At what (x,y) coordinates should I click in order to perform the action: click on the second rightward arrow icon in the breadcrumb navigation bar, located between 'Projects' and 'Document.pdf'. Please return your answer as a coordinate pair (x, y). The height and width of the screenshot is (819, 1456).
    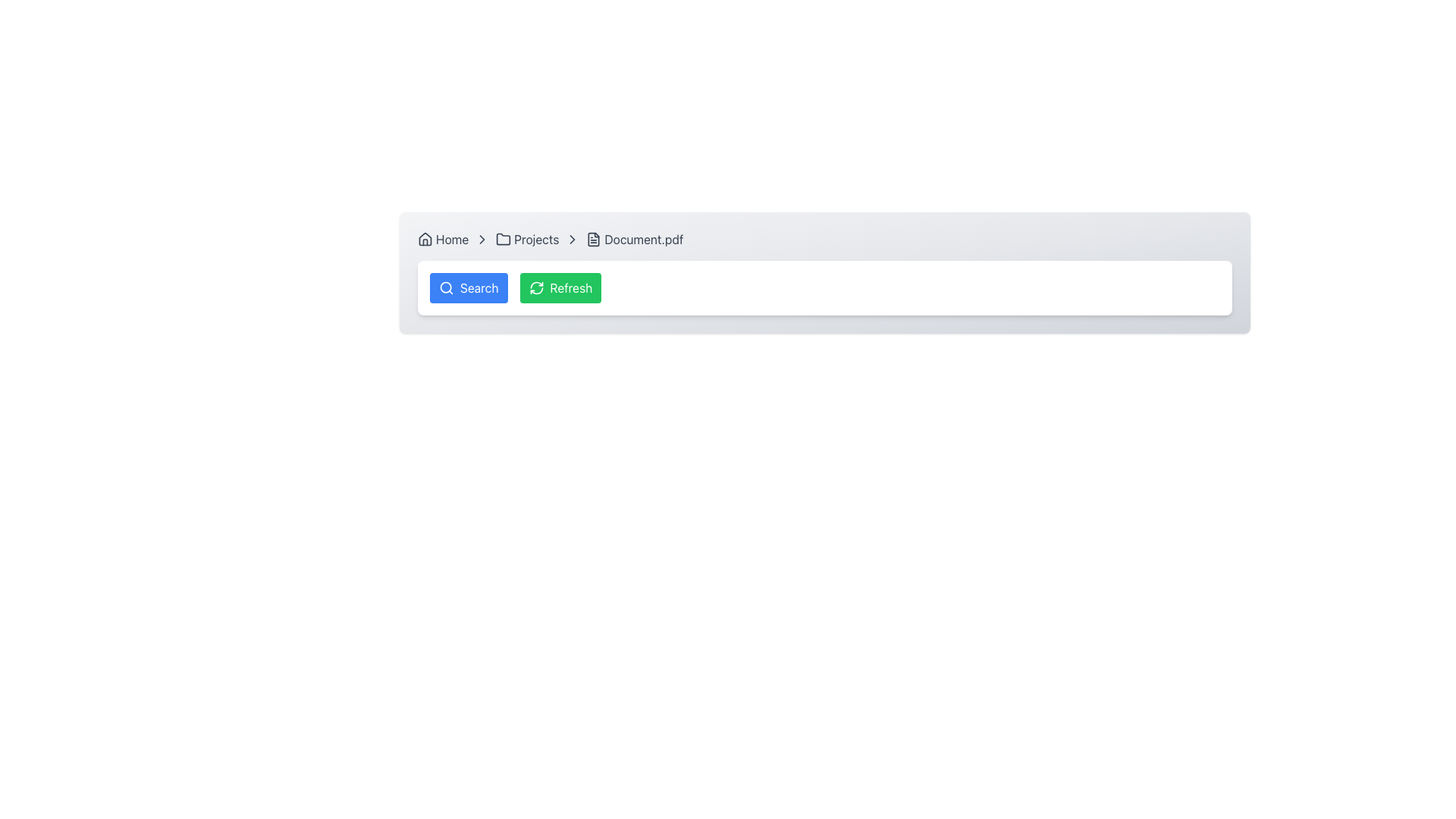
    Looking at the image, I should click on (572, 239).